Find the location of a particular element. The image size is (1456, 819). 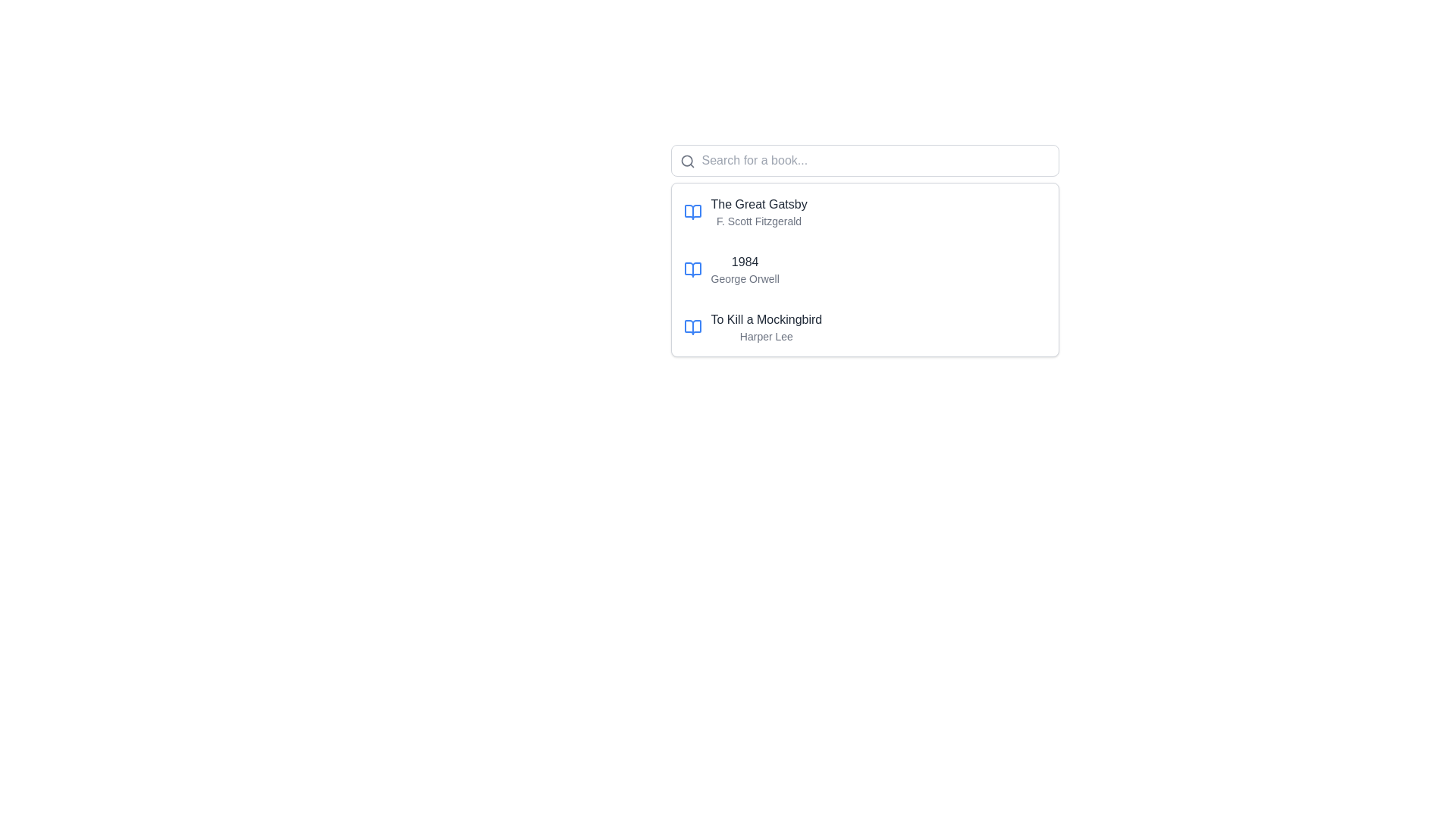

the blue open book icon located to the left of the book title 'The Great Gatsby' is located at coordinates (692, 212).